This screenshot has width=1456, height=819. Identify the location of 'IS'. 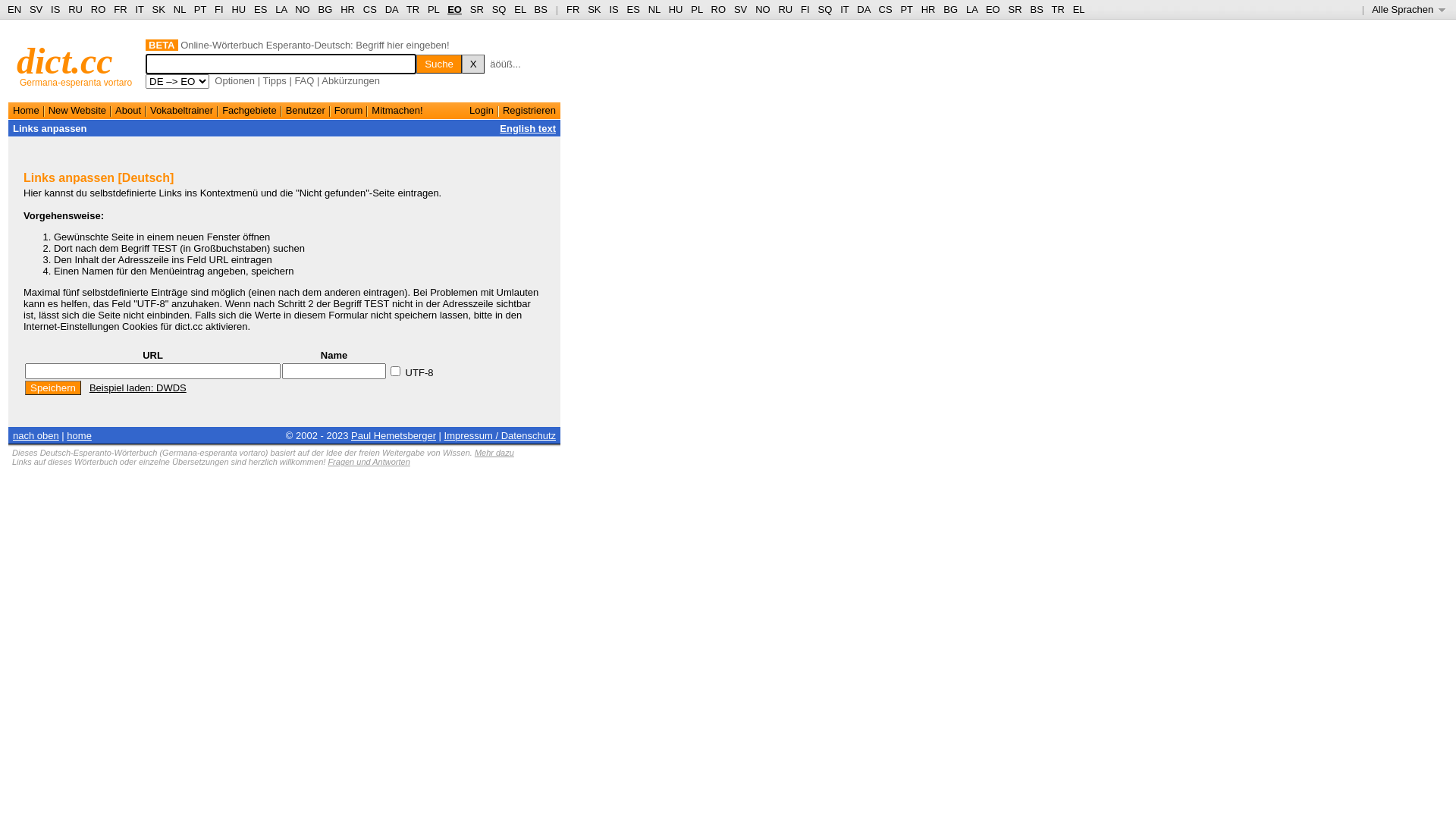
(51, 9).